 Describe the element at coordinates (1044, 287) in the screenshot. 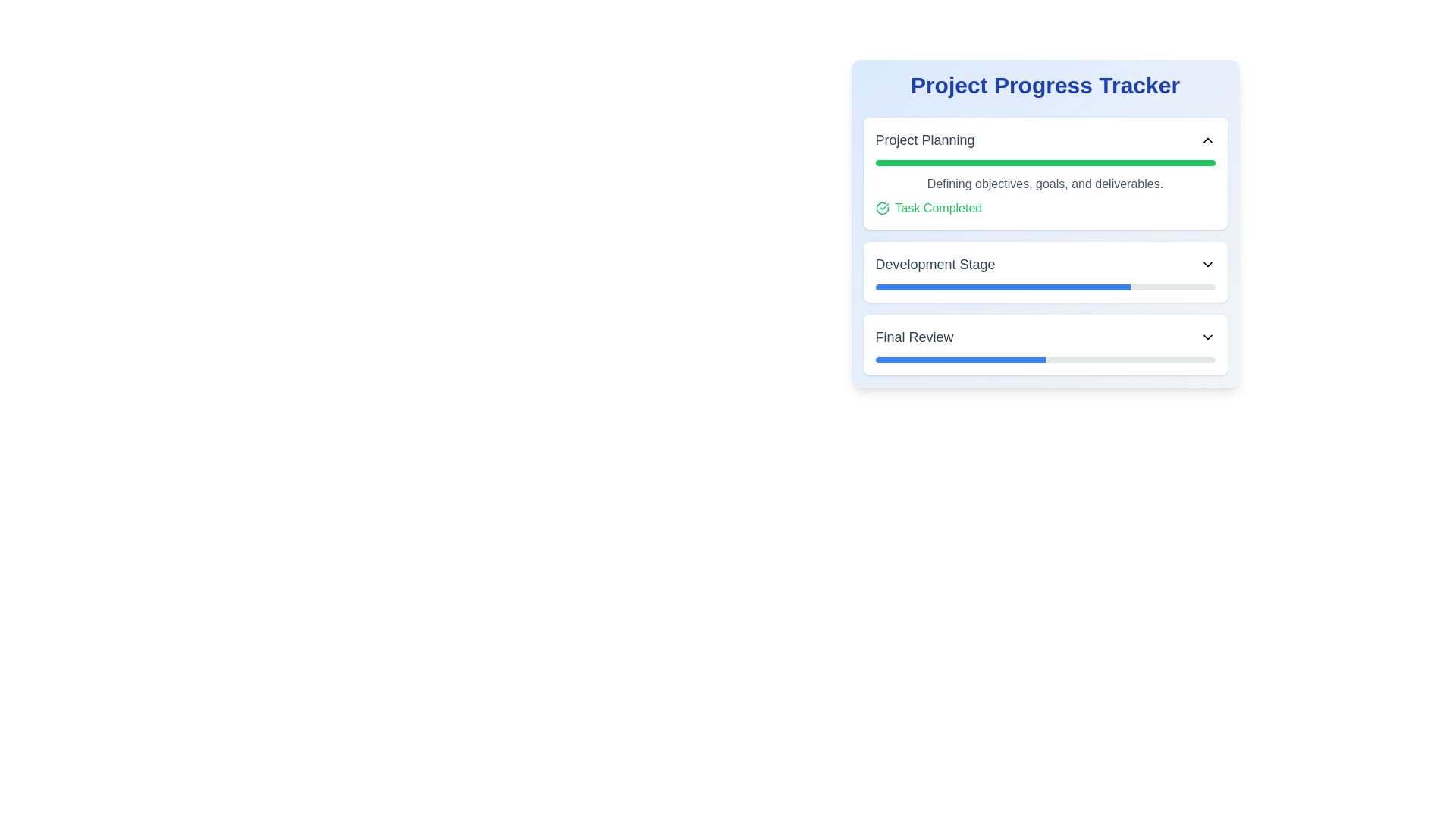

I see `the progress visually on the Progress bar located in the 'Development Stage' section of the progress tracker, which spans horizontally below the section header` at that location.